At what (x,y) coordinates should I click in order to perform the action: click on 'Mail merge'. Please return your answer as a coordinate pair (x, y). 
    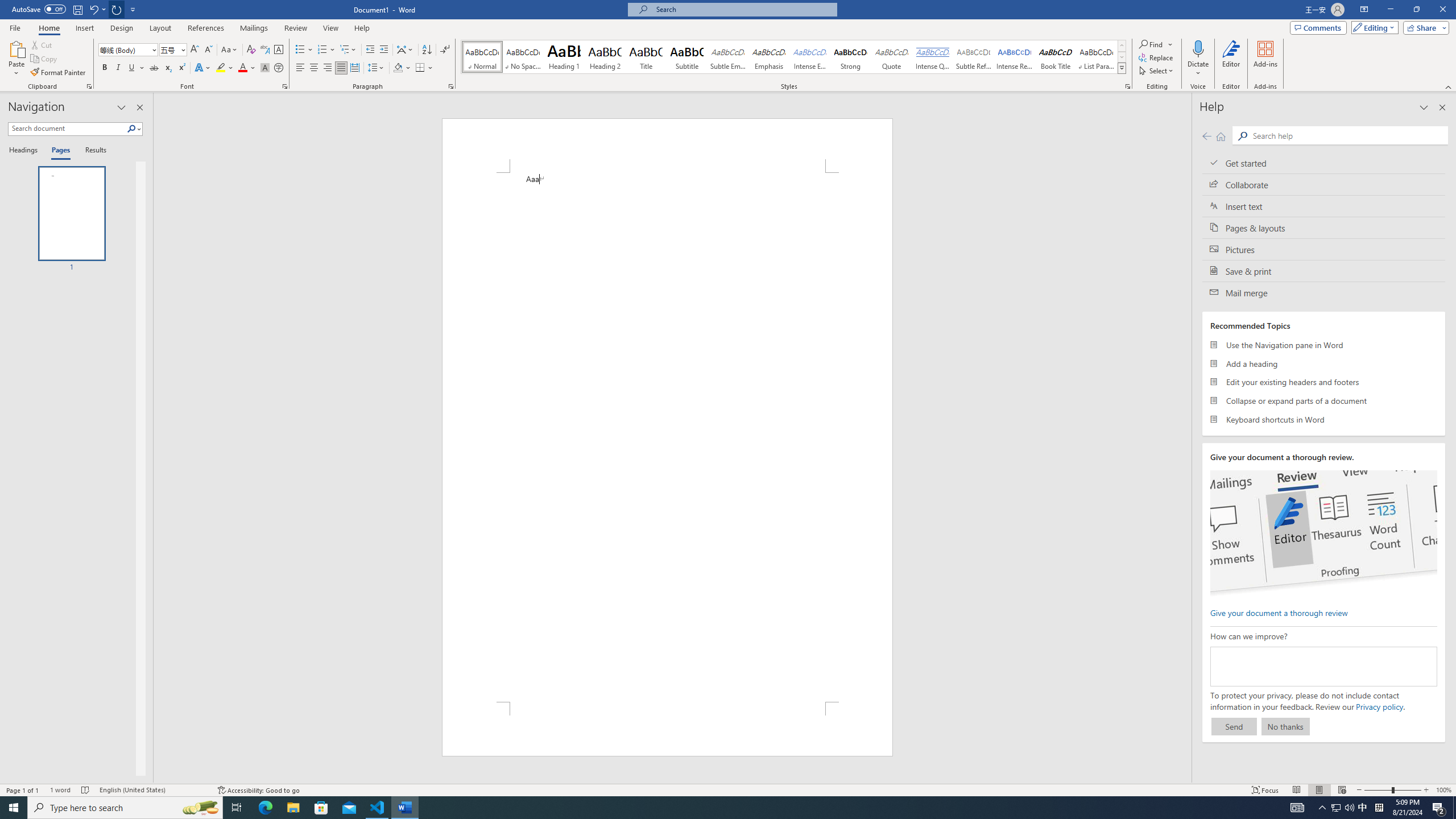
    Looking at the image, I should click on (1323, 292).